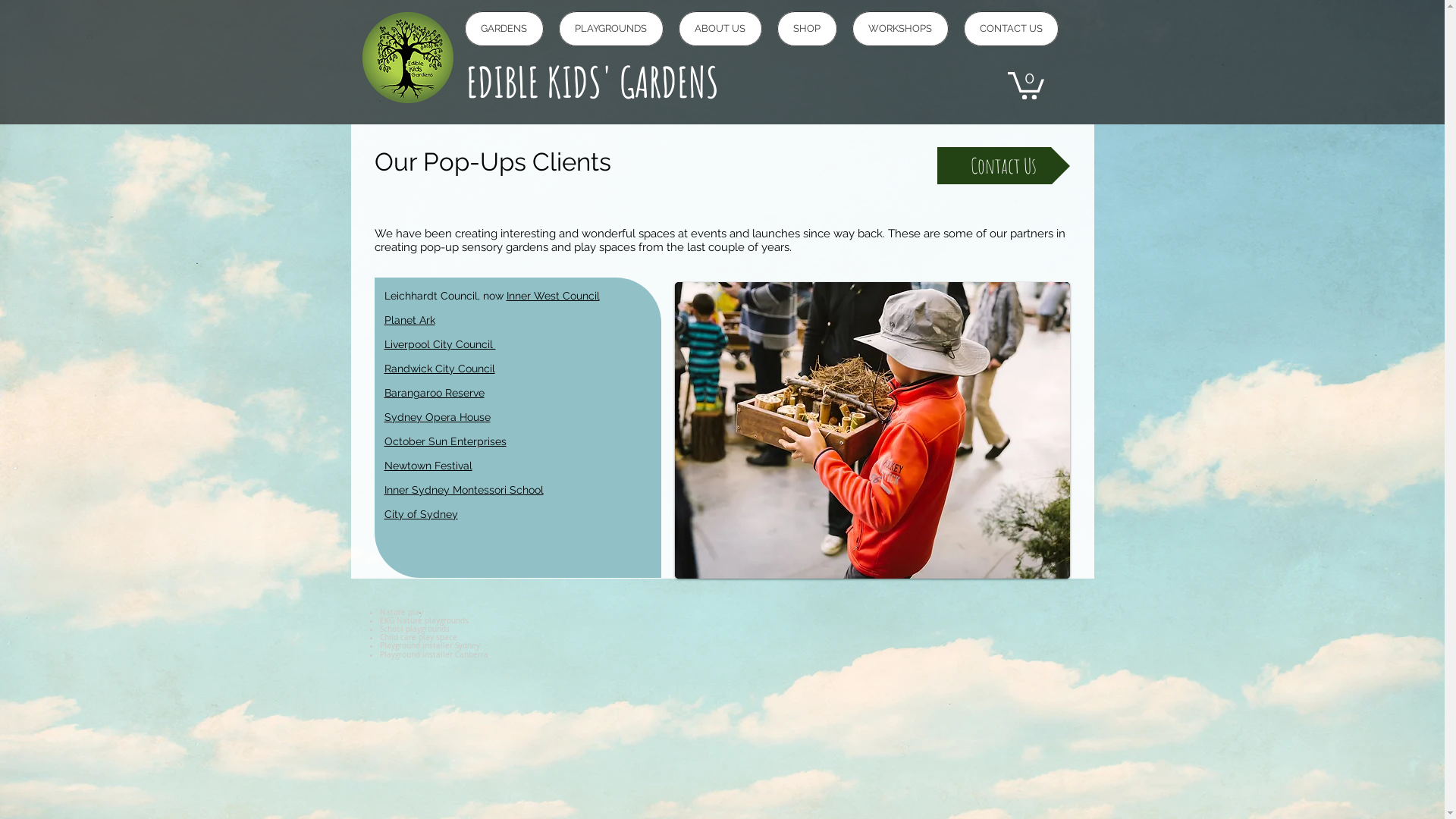  I want to click on 'Inner West Council', so click(552, 295).